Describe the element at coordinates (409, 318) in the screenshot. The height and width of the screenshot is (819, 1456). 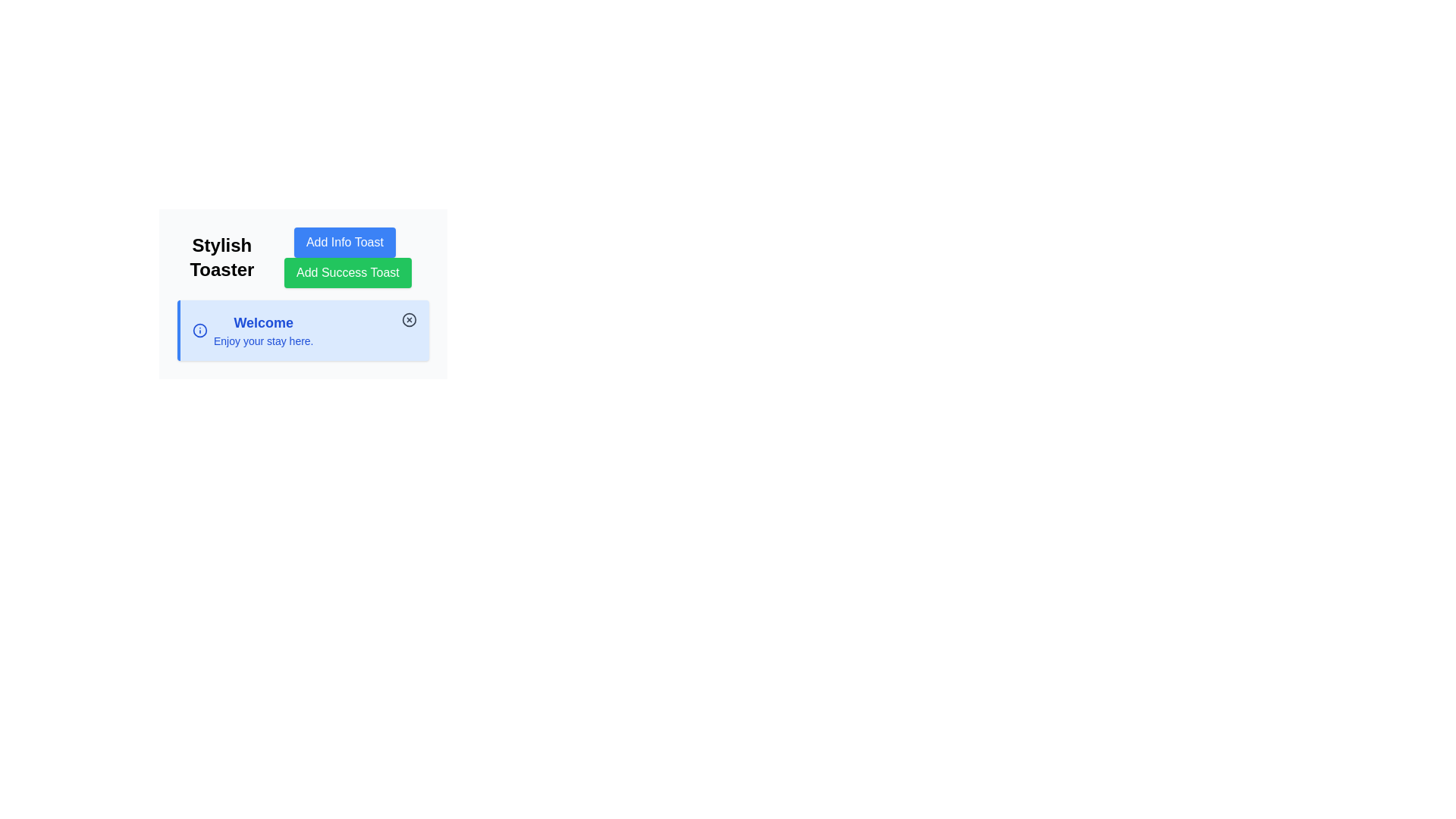
I see `the Close button icon, which is a circular icon with an outlined circle containing an 'x' shape in the center, located in the top-right corner of the notification card` at that location.